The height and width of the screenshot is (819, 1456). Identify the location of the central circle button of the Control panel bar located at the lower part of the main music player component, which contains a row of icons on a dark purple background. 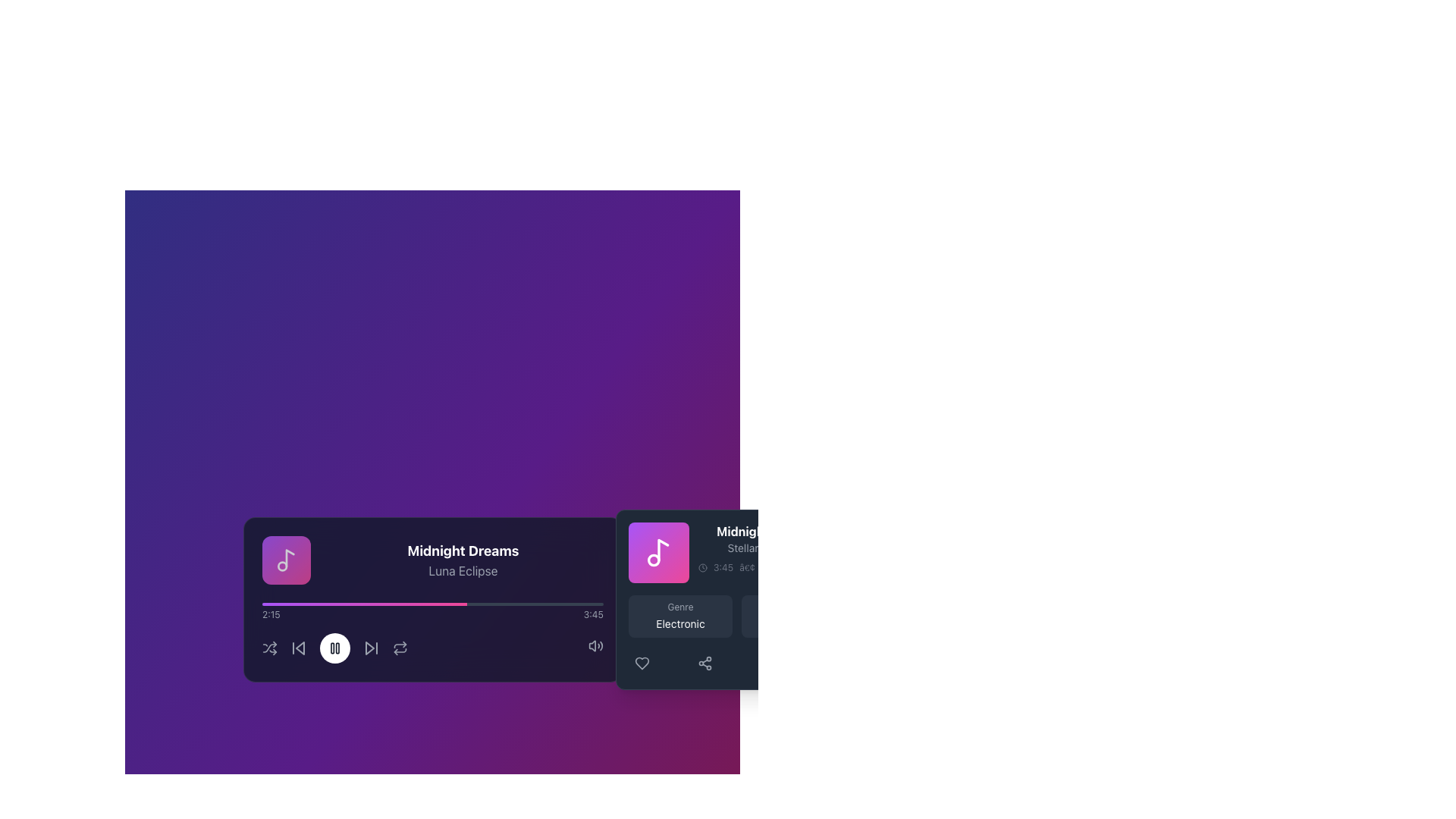
(431, 648).